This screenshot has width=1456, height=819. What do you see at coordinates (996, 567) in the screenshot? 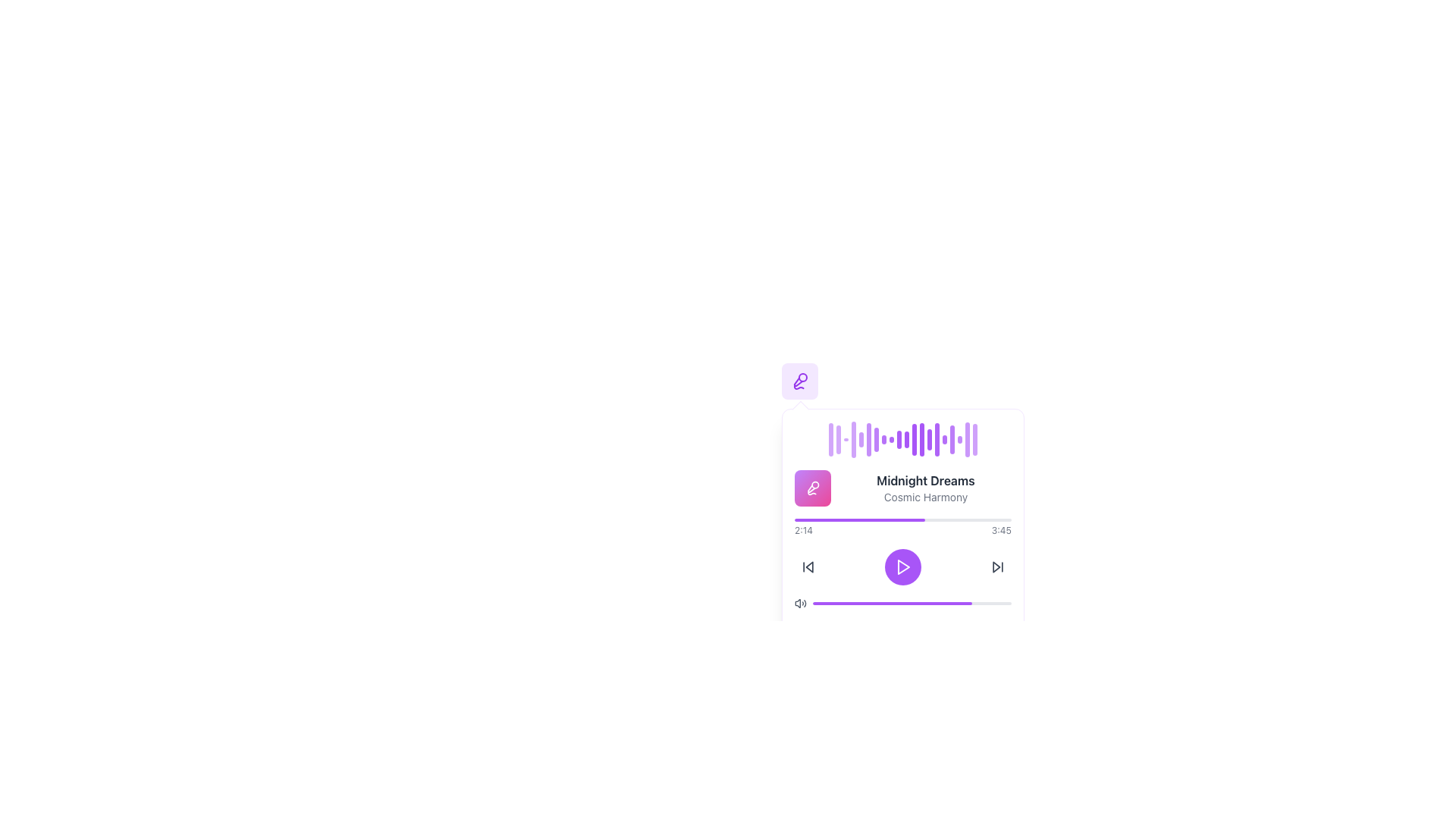
I see `the hollow triangular arrow shape pointing to the right, which represents the 'Skip Forward' button in the media playback control interface, to skip forward in the audio or media playback` at bounding box center [996, 567].